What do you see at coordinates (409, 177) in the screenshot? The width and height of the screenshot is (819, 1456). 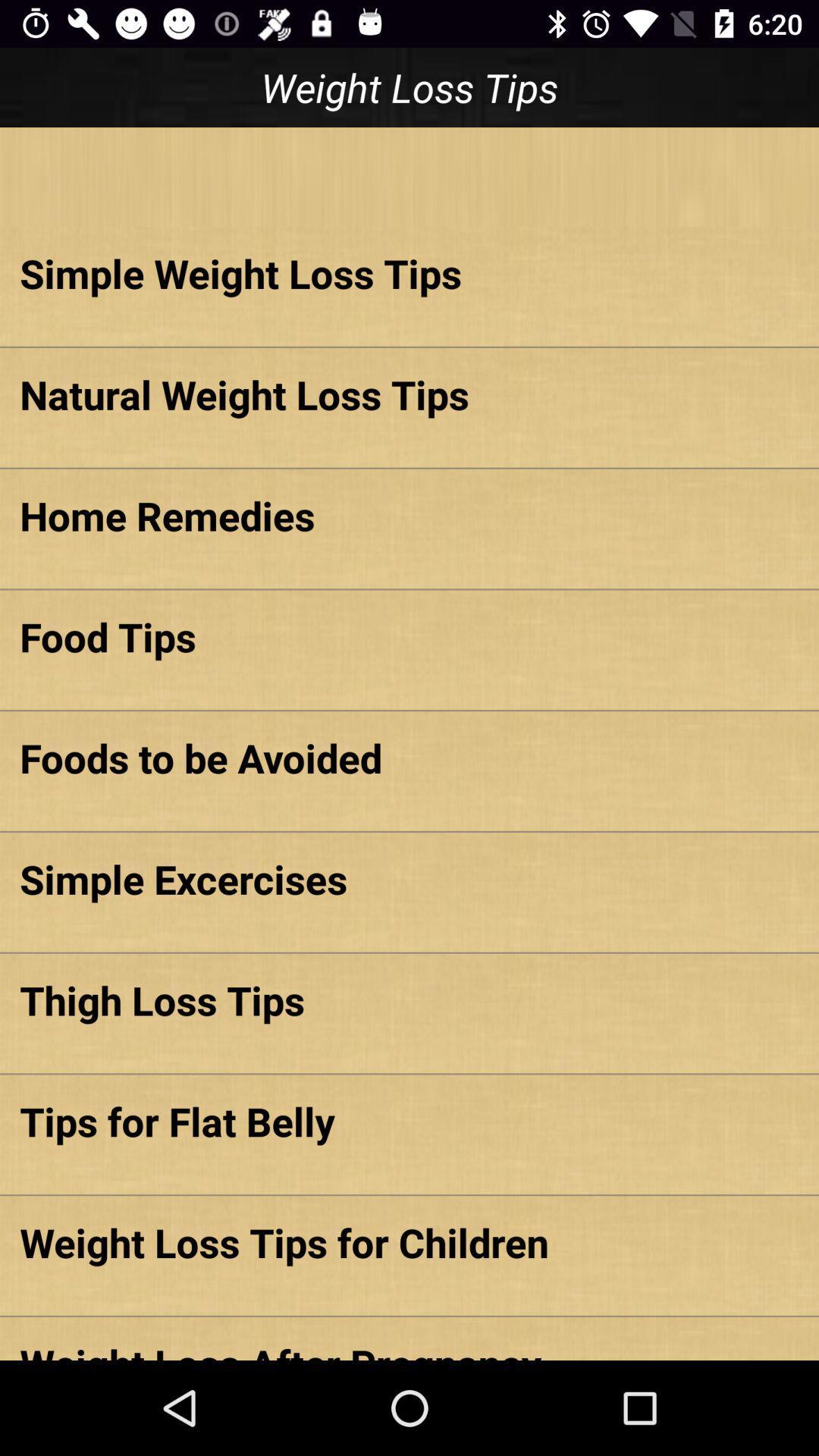 I see `the item above simple weight loss app` at bounding box center [409, 177].